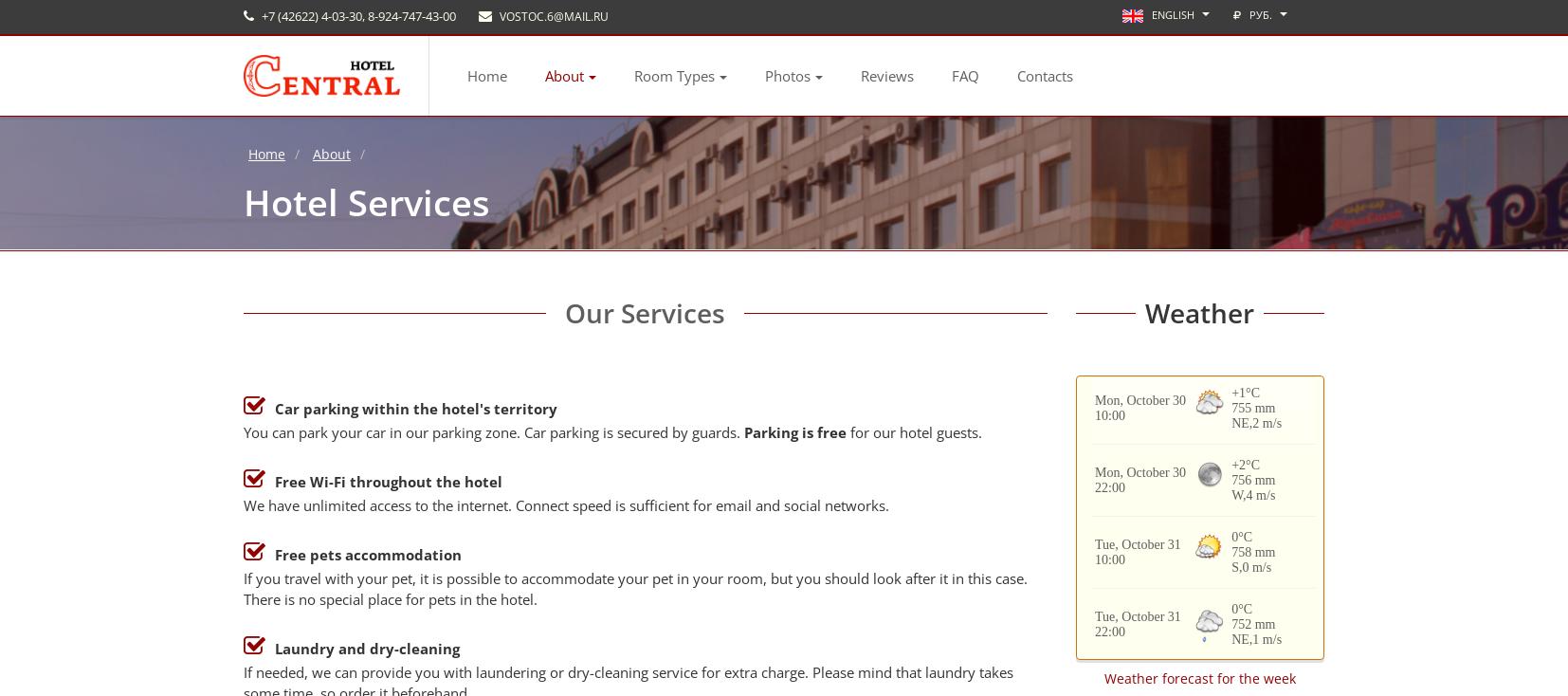  Describe the element at coordinates (356, 15) in the screenshot. I see `'+7 (42622) 4-03-30, 8-924-747-43-00'` at that location.